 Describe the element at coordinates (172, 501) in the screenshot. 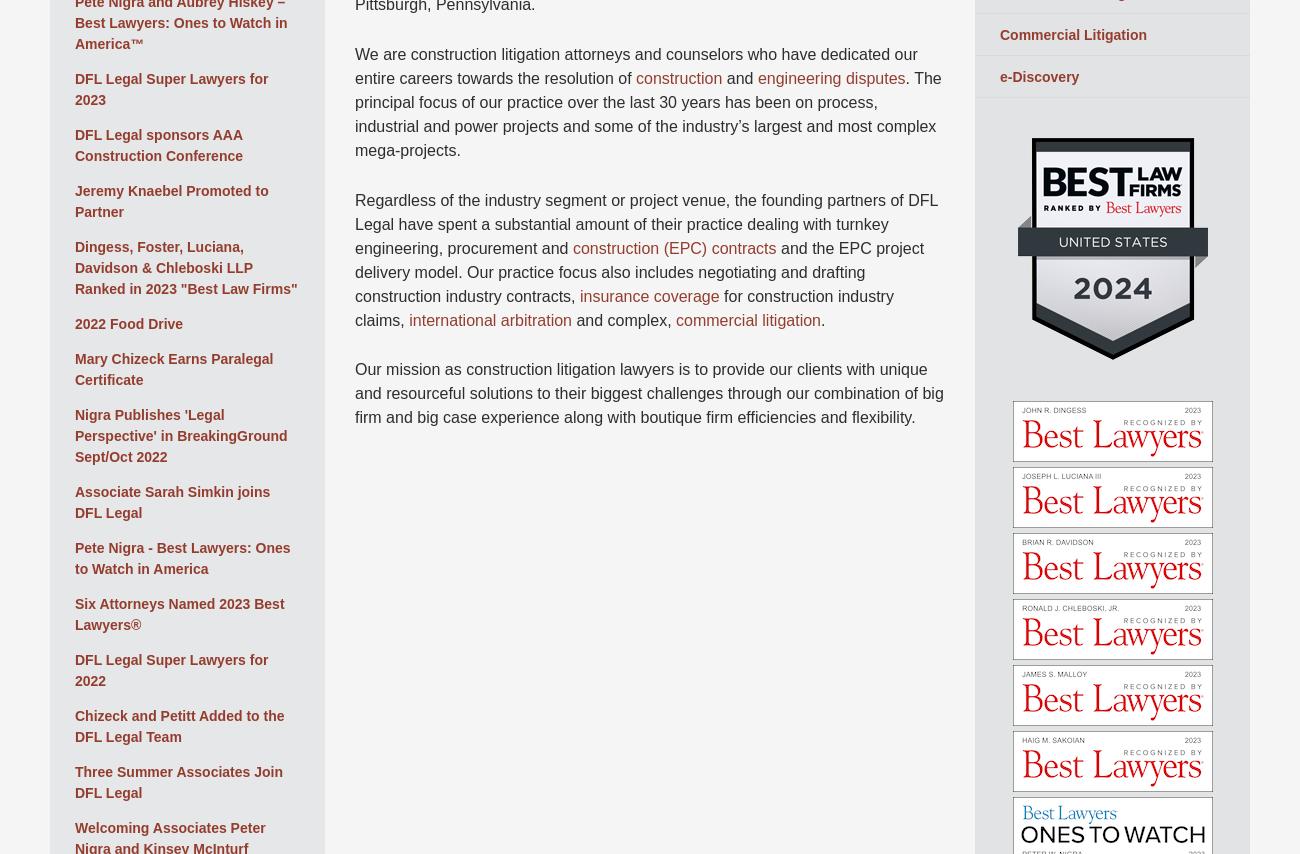

I see `'Associate Sarah Simkin joins DFL Legal'` at that location.